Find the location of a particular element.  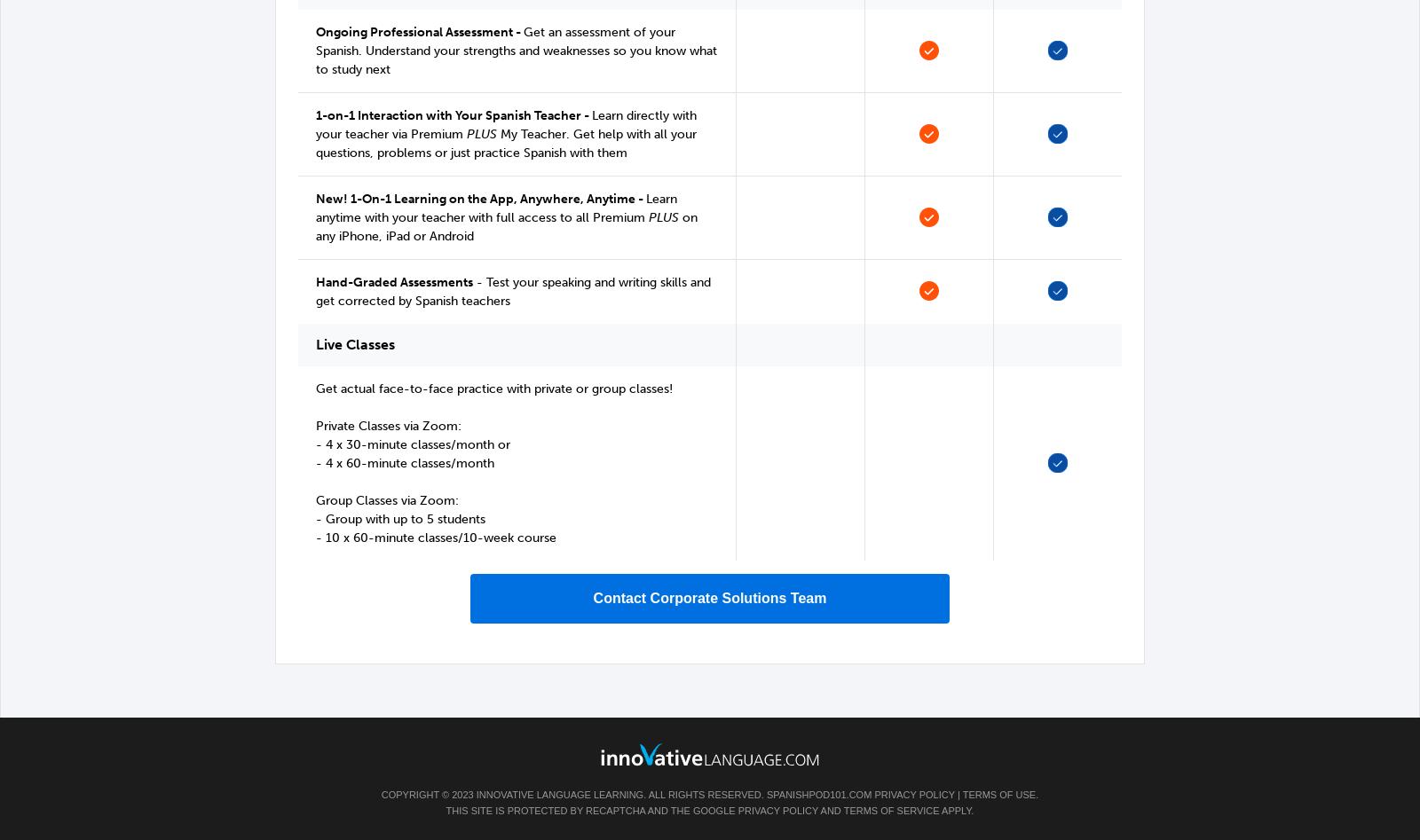

'- Test your speaking and writing skills and get corrected by Spanish  teachers' is located at coordinates (316, 290).